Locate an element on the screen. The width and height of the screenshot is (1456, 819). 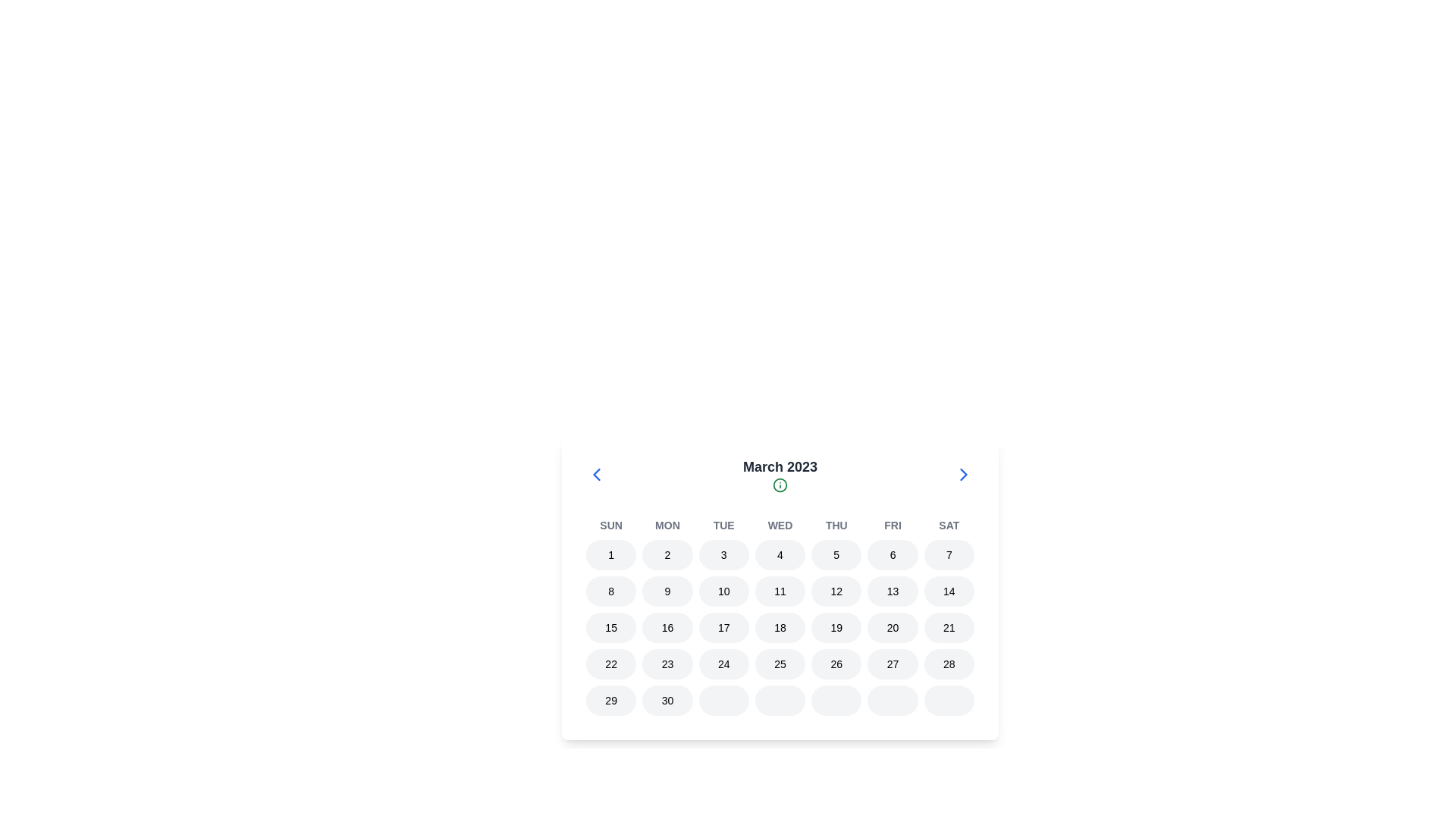
the circular button labeled '25' with a light gray background is located at coordinates (780, 663).